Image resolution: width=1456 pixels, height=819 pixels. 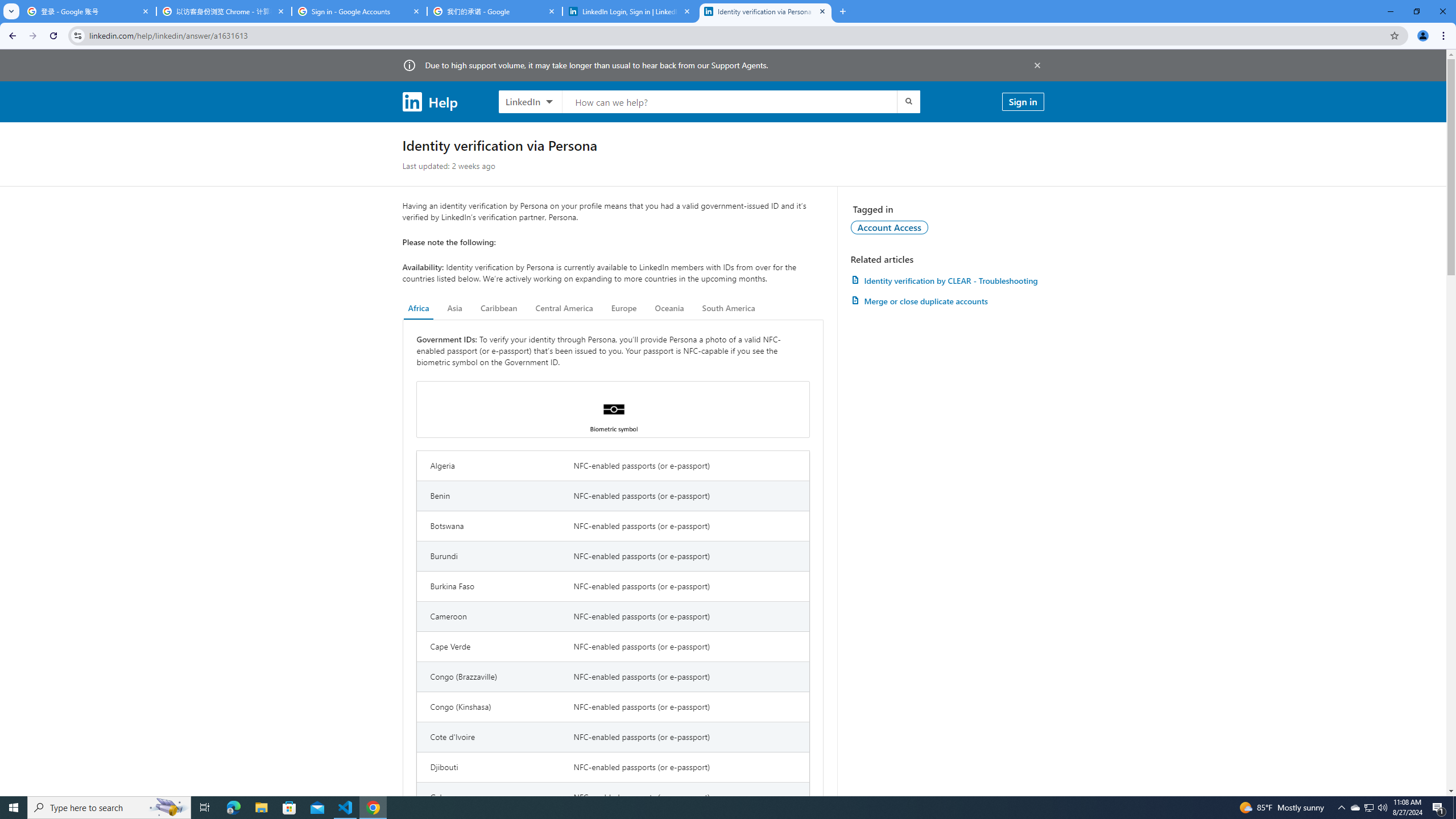 I want to click on 'Submit search', so click(x=908, y=101).